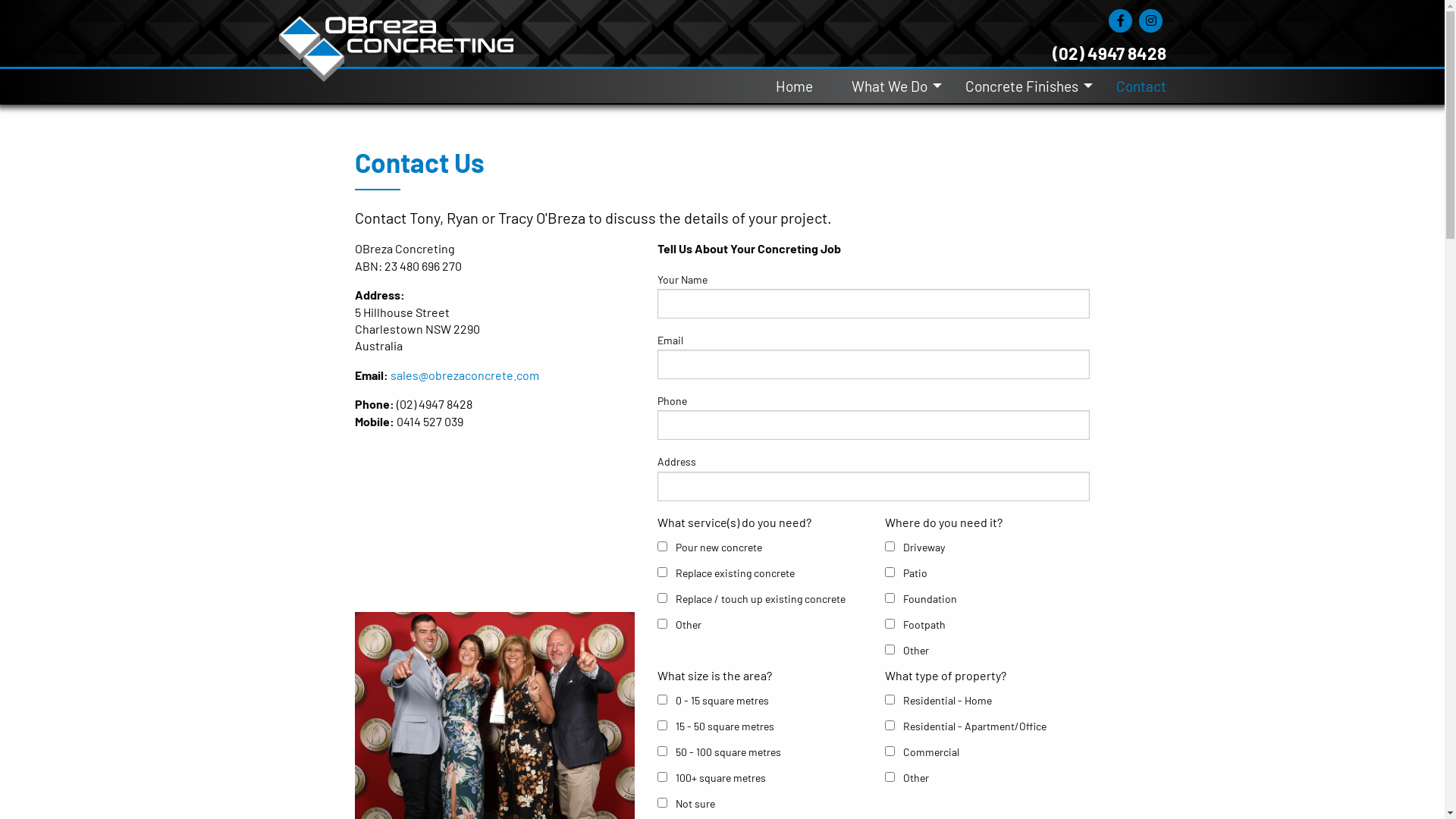  I want to click on 'YouTube video player', so click(494, 519).